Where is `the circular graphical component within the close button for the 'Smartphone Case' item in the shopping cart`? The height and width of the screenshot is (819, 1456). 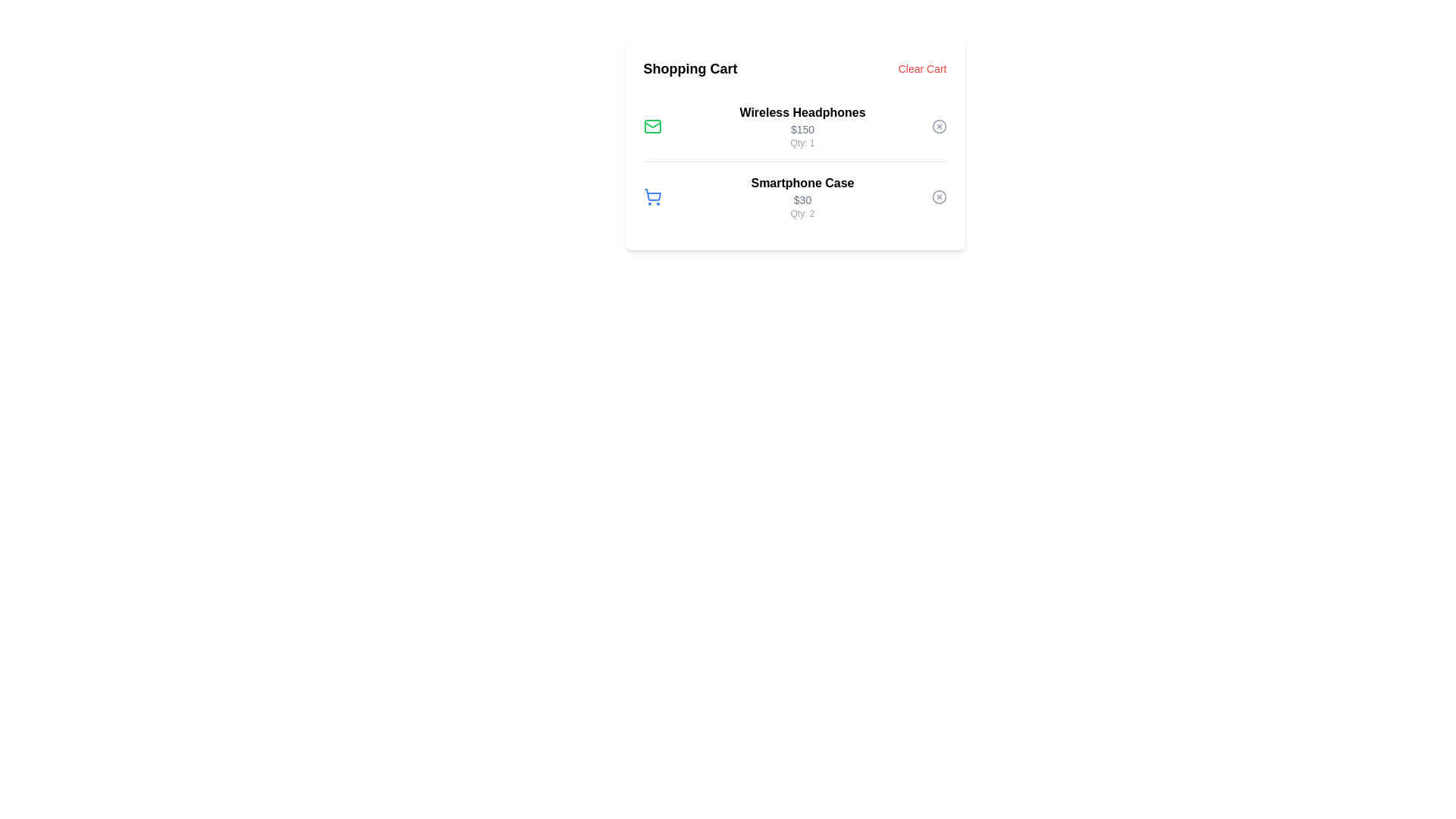
the circular graphical component within the close button for the 'Smartphone Case' item in the shopping cart is located at coordinates (938, 196).